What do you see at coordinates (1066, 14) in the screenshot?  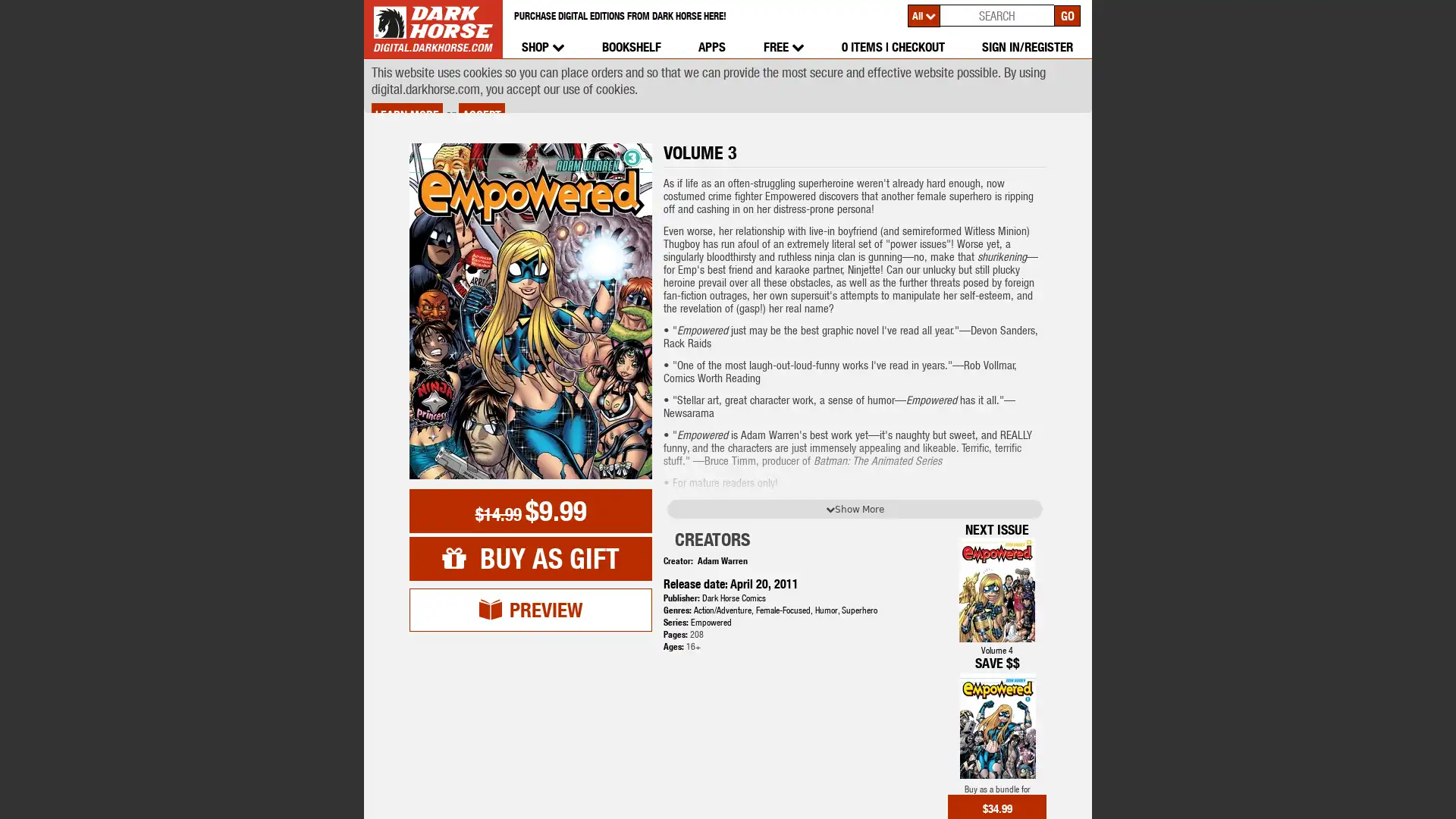 I see `GO` at bounding box center [1066, 14].